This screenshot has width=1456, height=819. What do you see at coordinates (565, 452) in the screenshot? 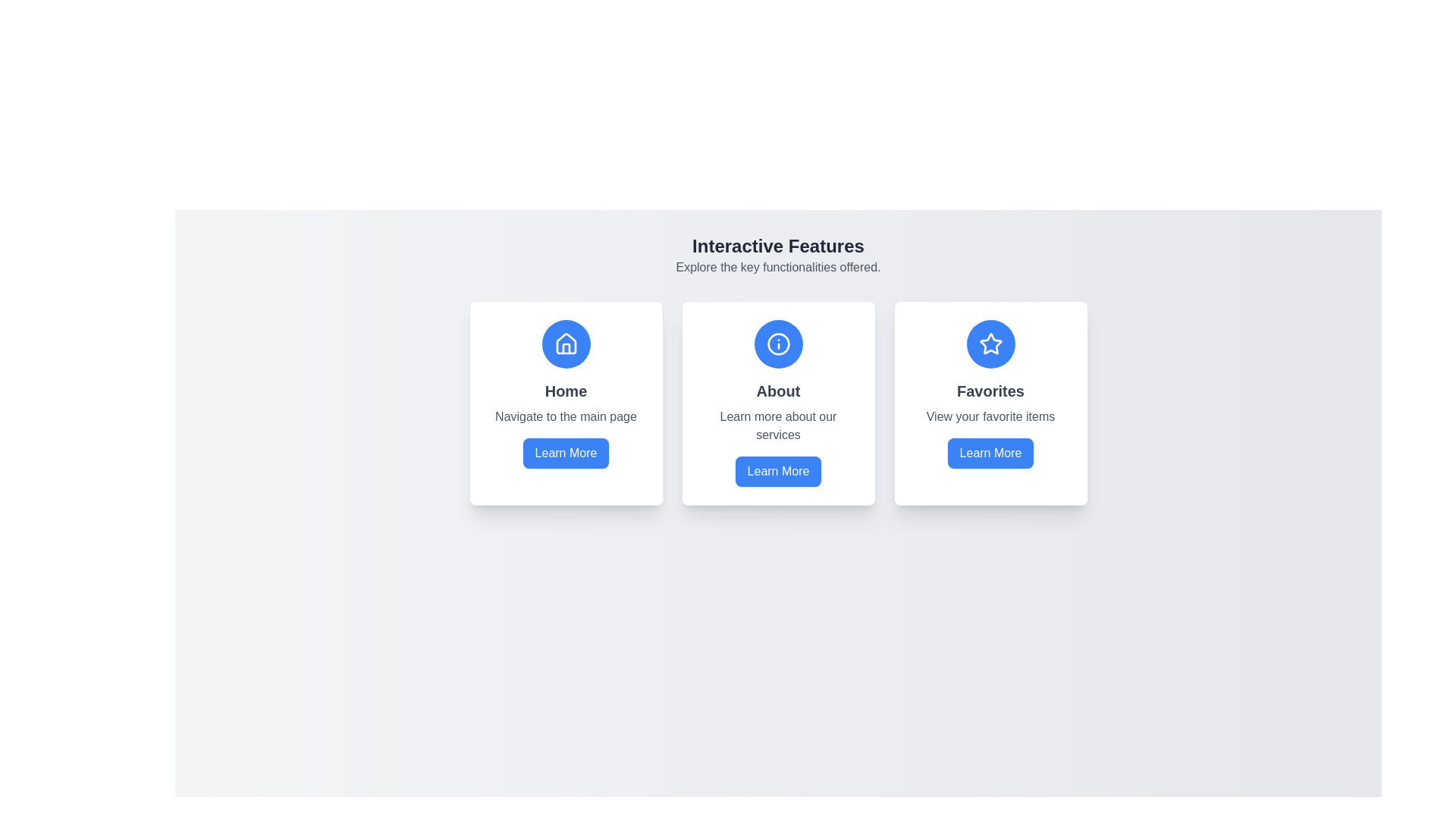
I see `the 'Learn More' button, which is a rectangular button with white text on a blue background located at the bottom of the 'Home' card` at bounding box center [565, 452].